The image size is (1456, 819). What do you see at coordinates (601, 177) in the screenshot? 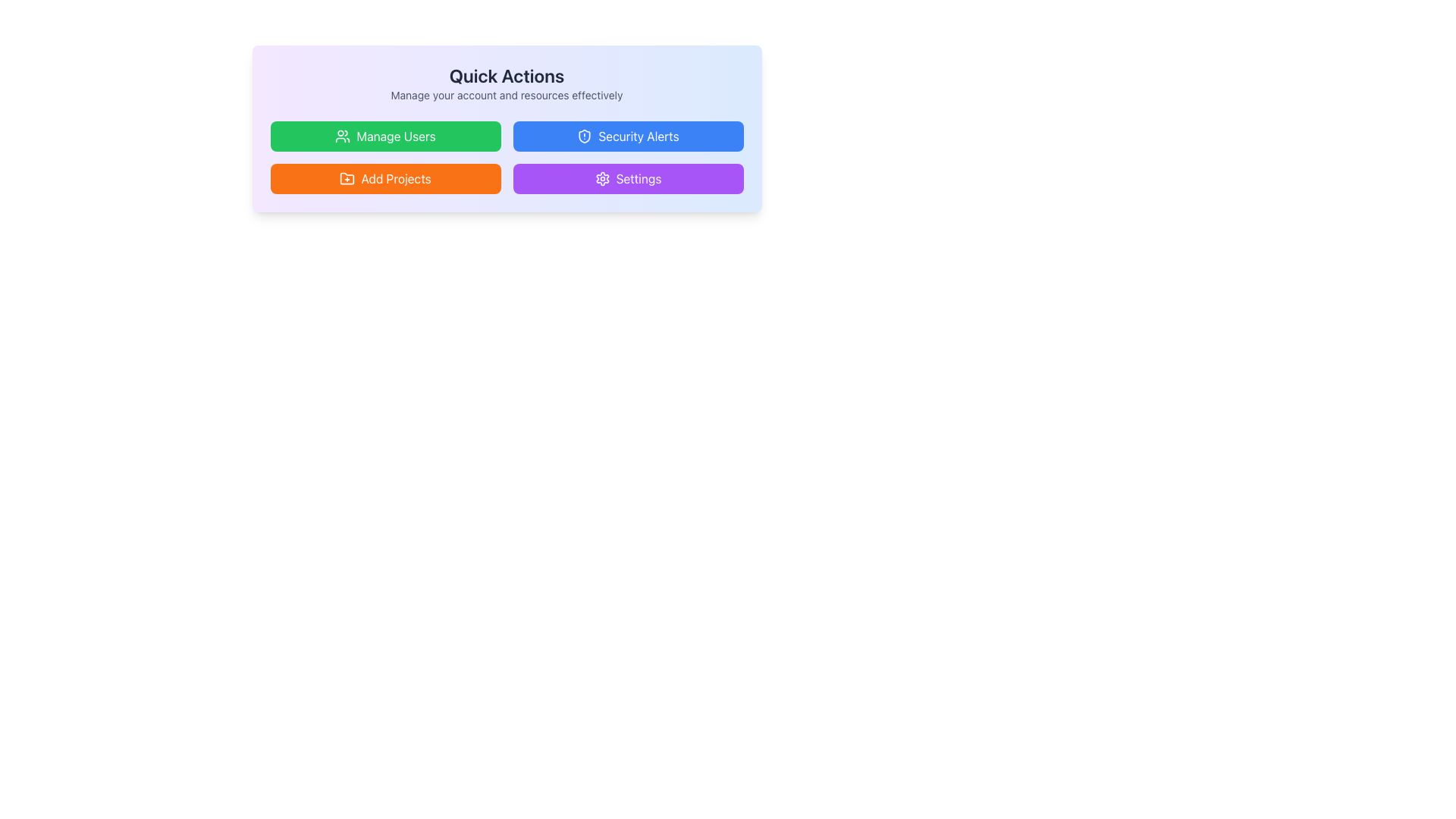
I see `the cogwheel icon located within the 'Settings' button, which is the rightmost button in the bottom row of the 'Quick Actions' section` at bounding box center [601, 177].